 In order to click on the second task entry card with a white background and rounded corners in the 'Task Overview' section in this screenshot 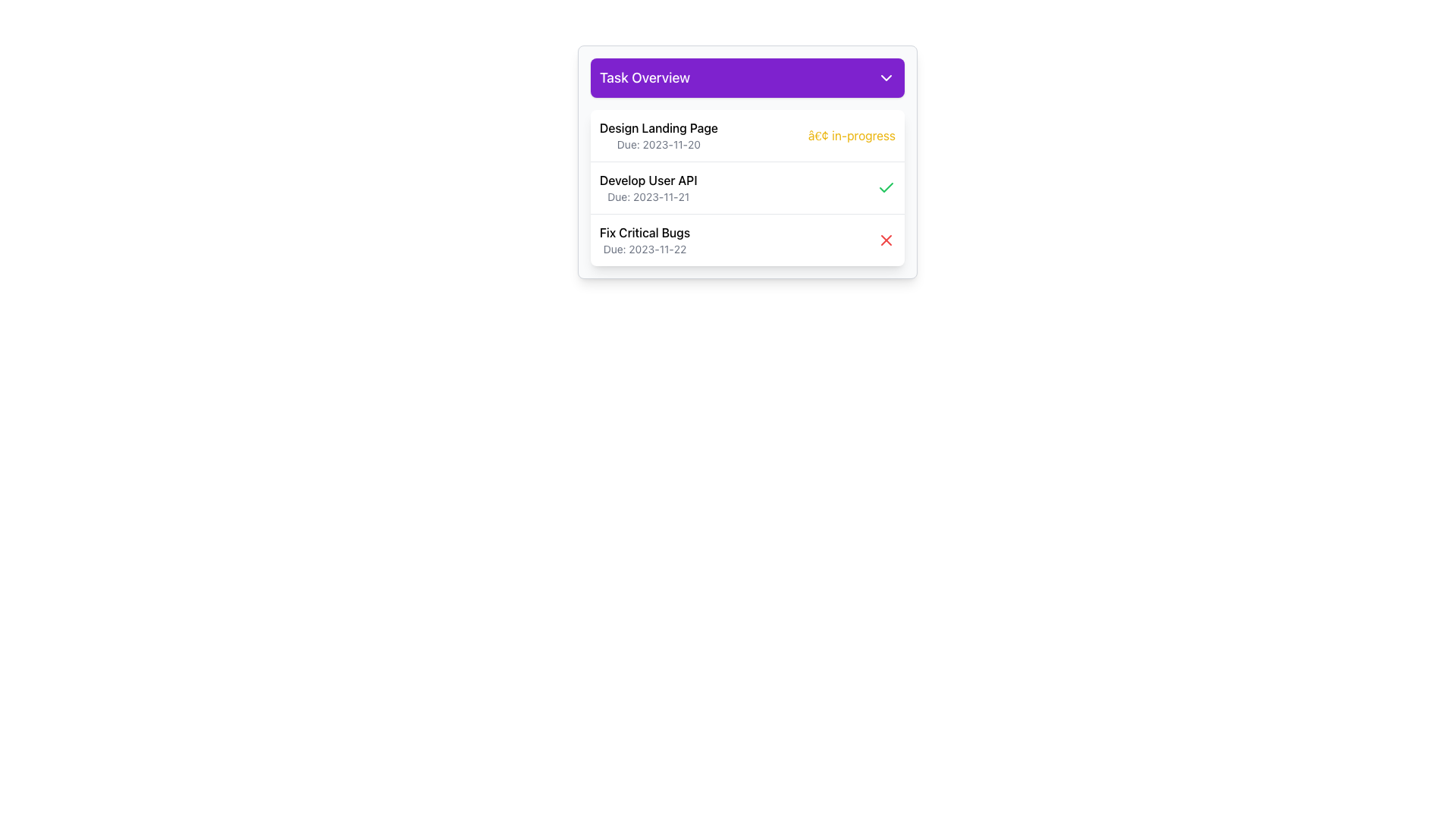, I will do `click(747, 187)`.